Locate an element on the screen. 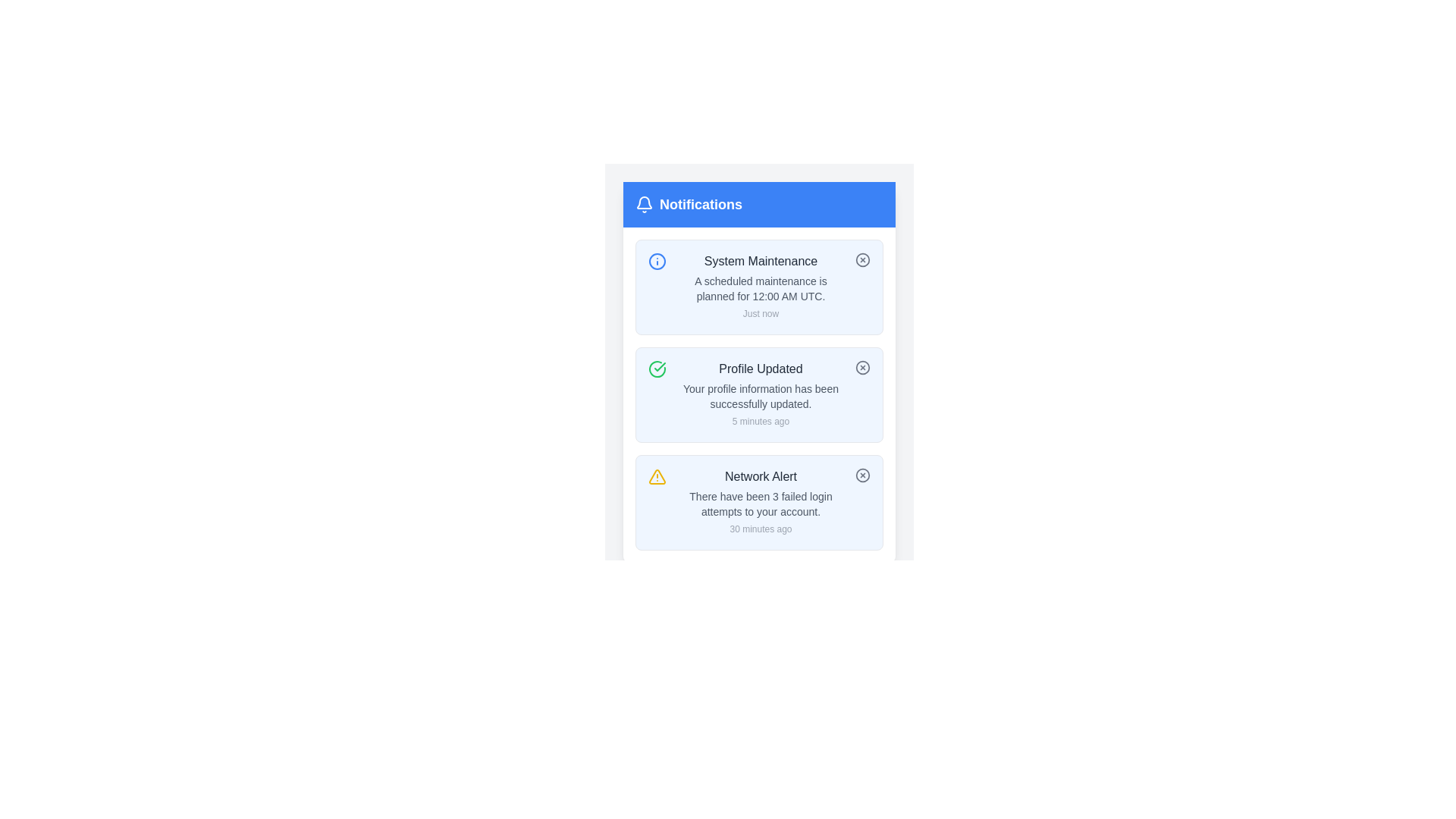 Image resolution: width=1456 pixels, height=819 pixels. the close button located at the top-right corner of the 'Network Alert' notification card is located at coordinates (862, 475).